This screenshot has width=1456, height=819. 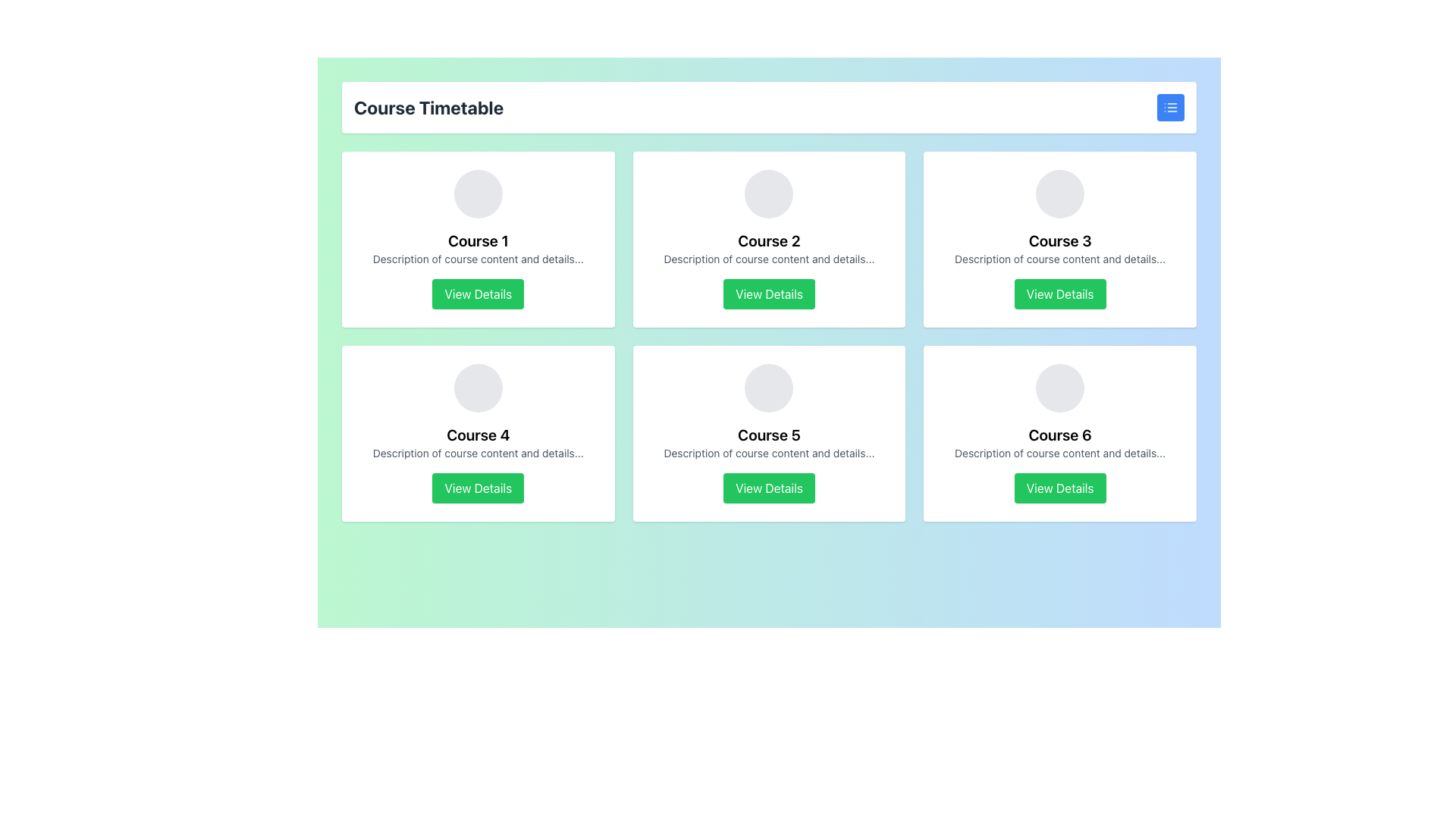 What do you see at coordinates (769, 433) in the screenshot?
I see `course description by interacting with the fifth card in the grid layout, which contains the course title, brief description, and a 'View Details' button` at bounding box center [769, 433].